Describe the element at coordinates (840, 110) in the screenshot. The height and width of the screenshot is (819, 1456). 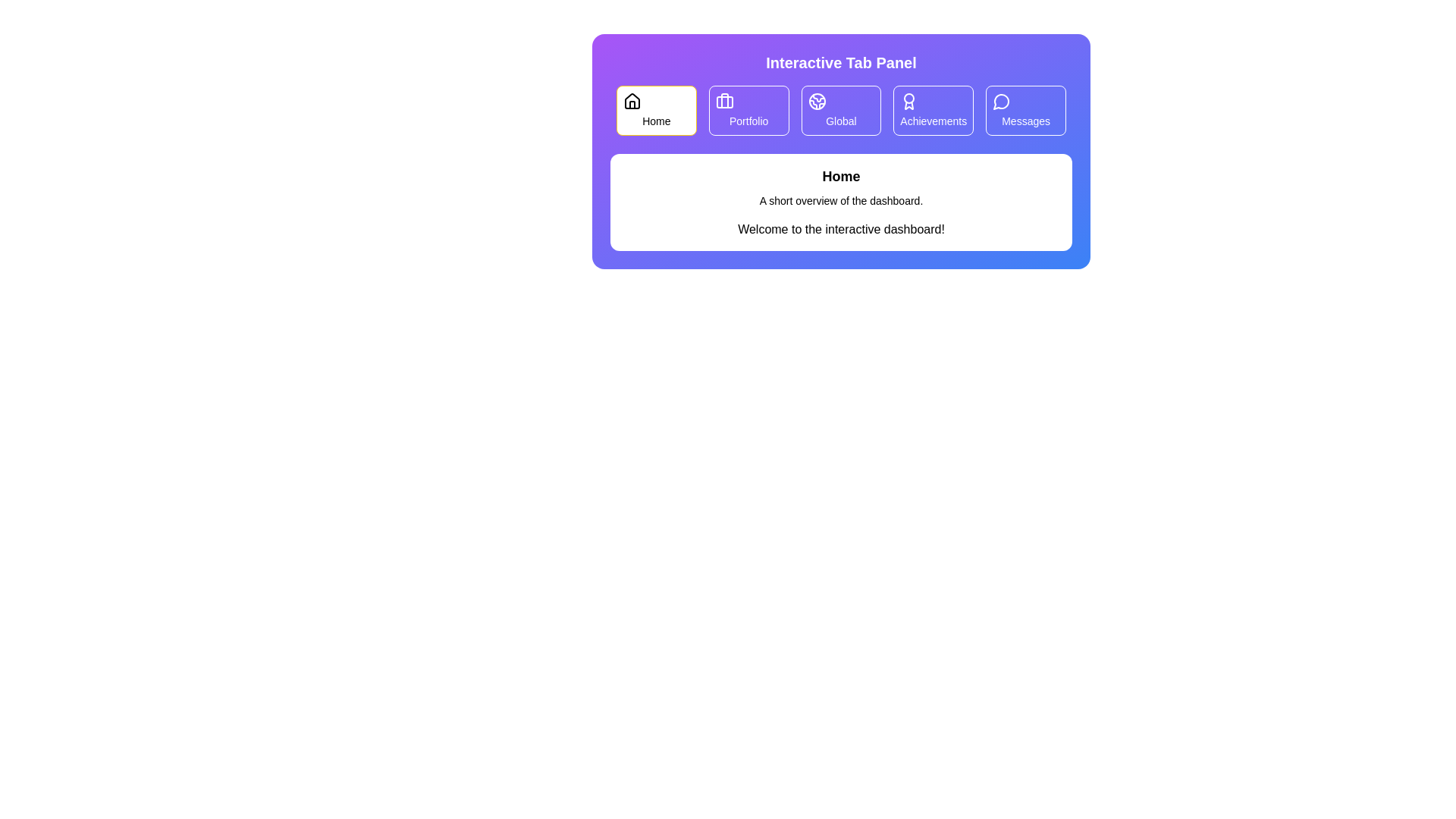
I see `the 'Global' button, which is a rectangular UI component with a purple background, a globe icon on the left, and white text centered below the icon in a navigation menu` at that location.